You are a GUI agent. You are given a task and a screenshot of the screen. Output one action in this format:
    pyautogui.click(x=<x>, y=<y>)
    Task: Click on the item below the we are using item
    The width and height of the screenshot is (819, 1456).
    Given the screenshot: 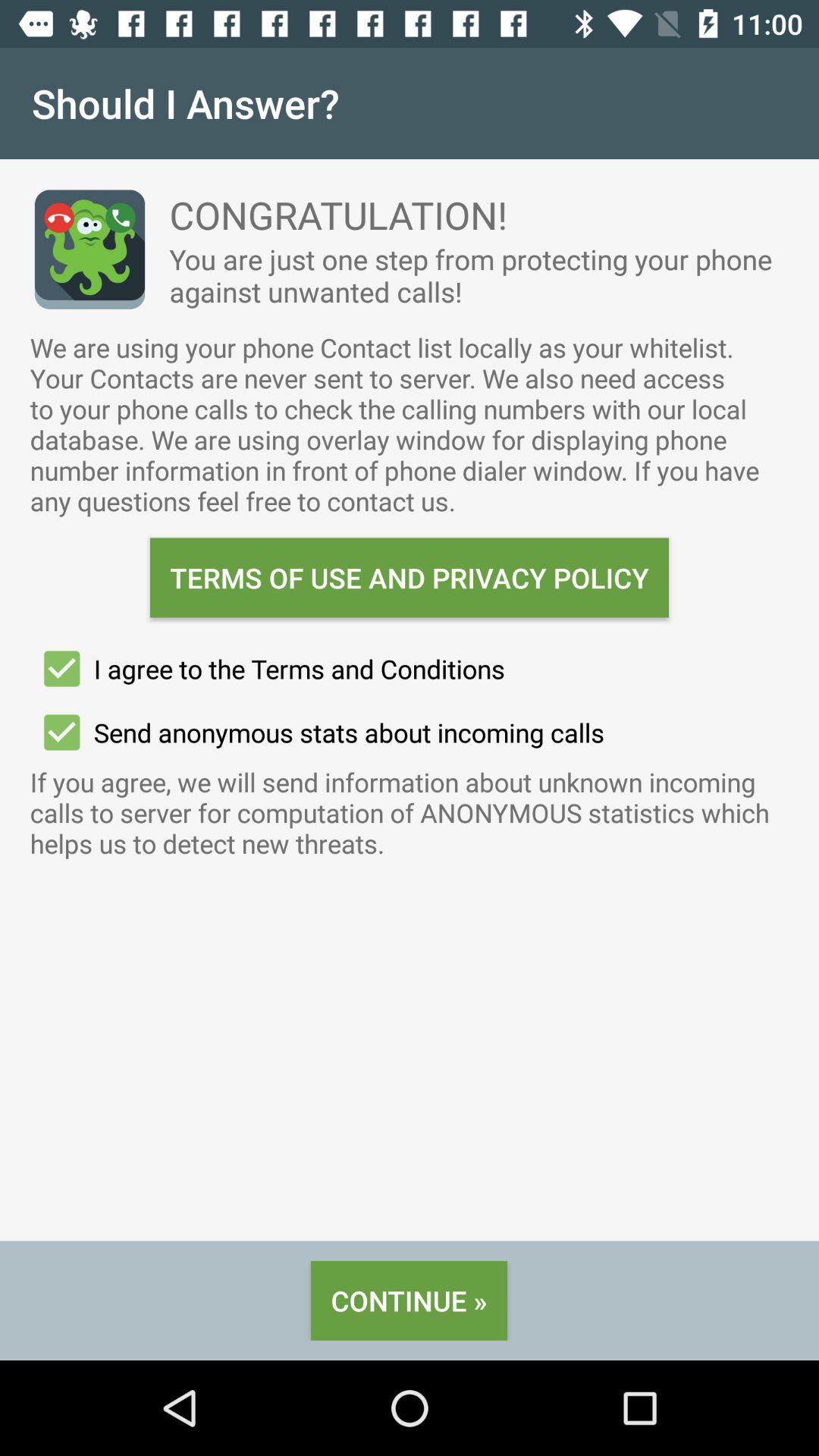 What is the action you would take?
    pyautogui.click(x=409, y=577)
    